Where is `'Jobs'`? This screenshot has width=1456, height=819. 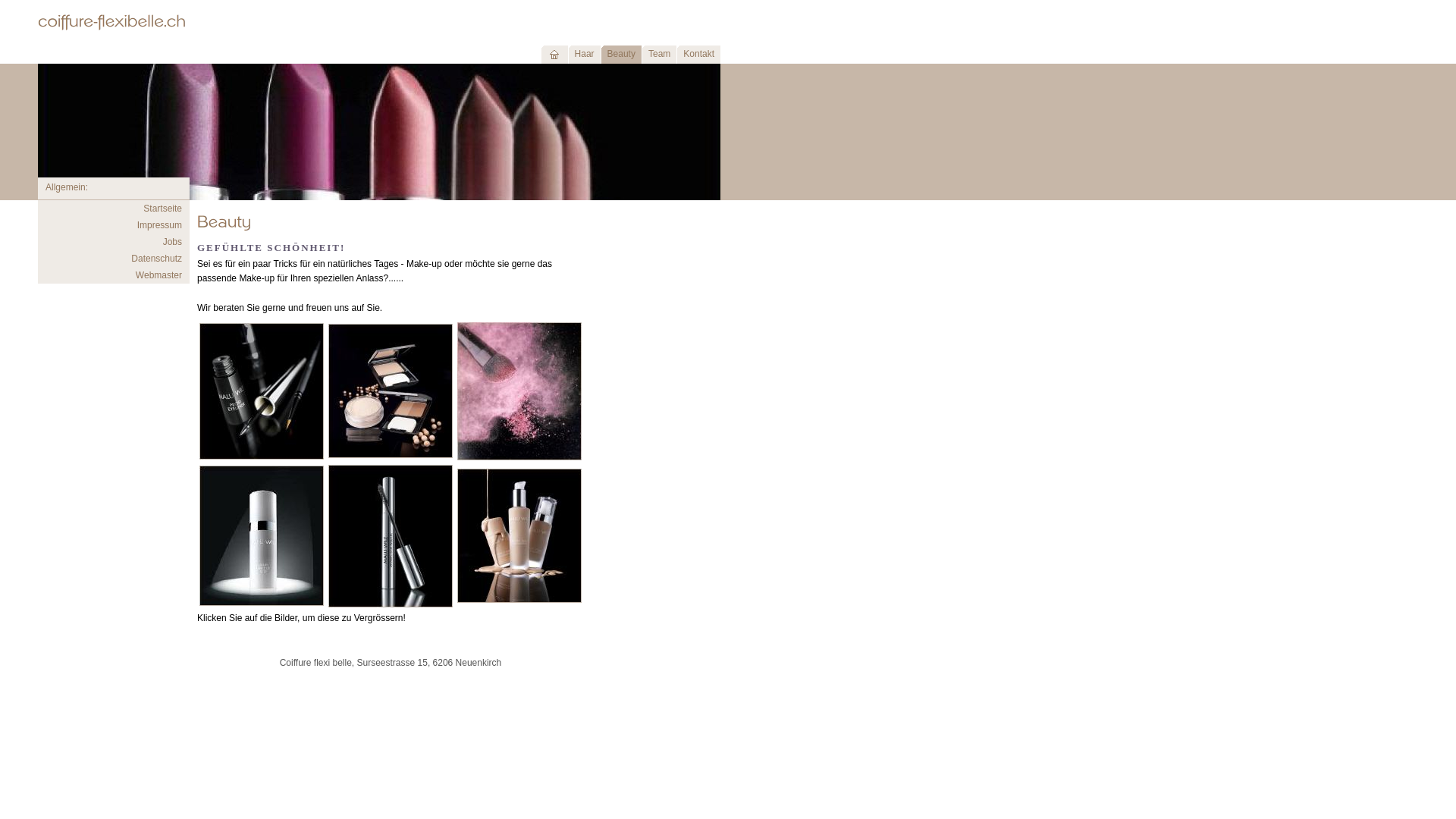
'Jobs' is located at coordinates (172, 241).